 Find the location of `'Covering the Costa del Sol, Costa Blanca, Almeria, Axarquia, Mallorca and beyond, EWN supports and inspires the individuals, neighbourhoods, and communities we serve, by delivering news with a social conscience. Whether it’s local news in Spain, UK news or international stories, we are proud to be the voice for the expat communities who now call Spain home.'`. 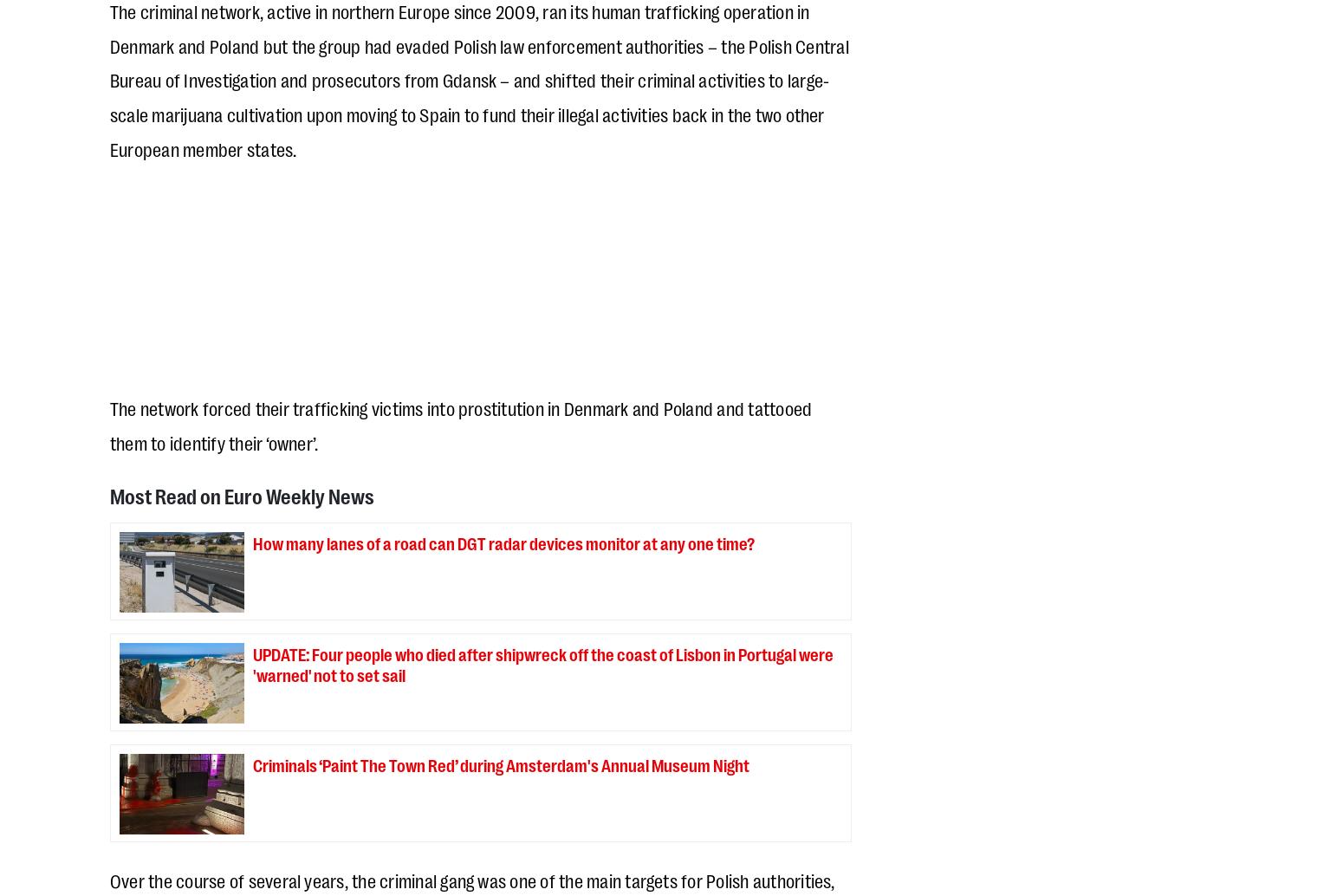

'Covering the Costa del Sol, Costa Blanca, Almeria, Axarquia, Mallorca and beyond, EWN supports and inspires the individuals, neighbourhoods, and communities we serve, by delivering news with a social conscience. Whether it’s local news in Spain, UK news or international stories, we are proud to be the voice for the expat communities who now call Spain home.' is located at coordinates (463, 477).